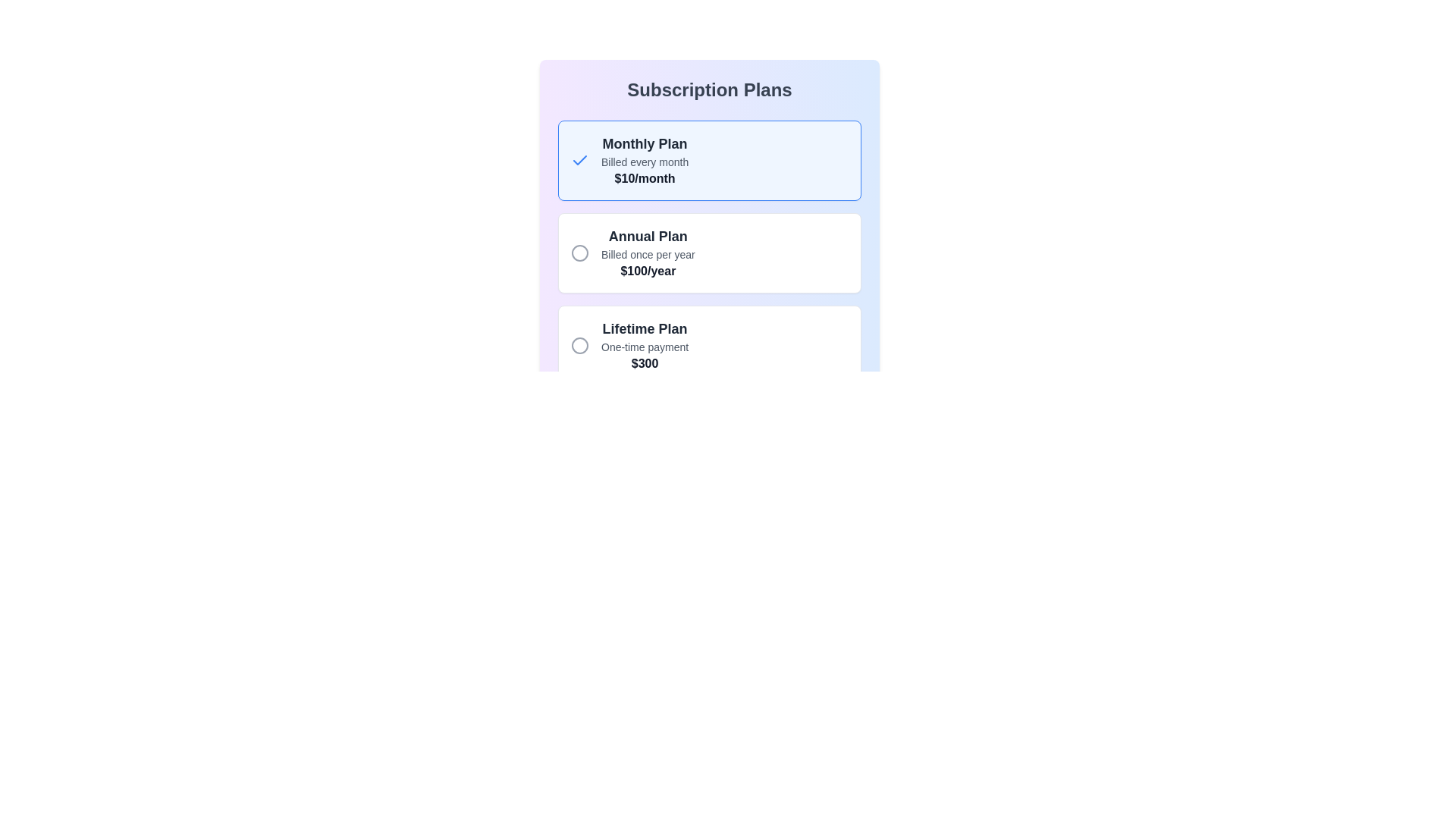 The height and width of the screenshot is (819, 1456). I want to click on the text display that shows the cost of the 'Monthly Plan' subscription option, located under the 'Monthly Plan' section, below 'Billed every month', so click(645, 177).